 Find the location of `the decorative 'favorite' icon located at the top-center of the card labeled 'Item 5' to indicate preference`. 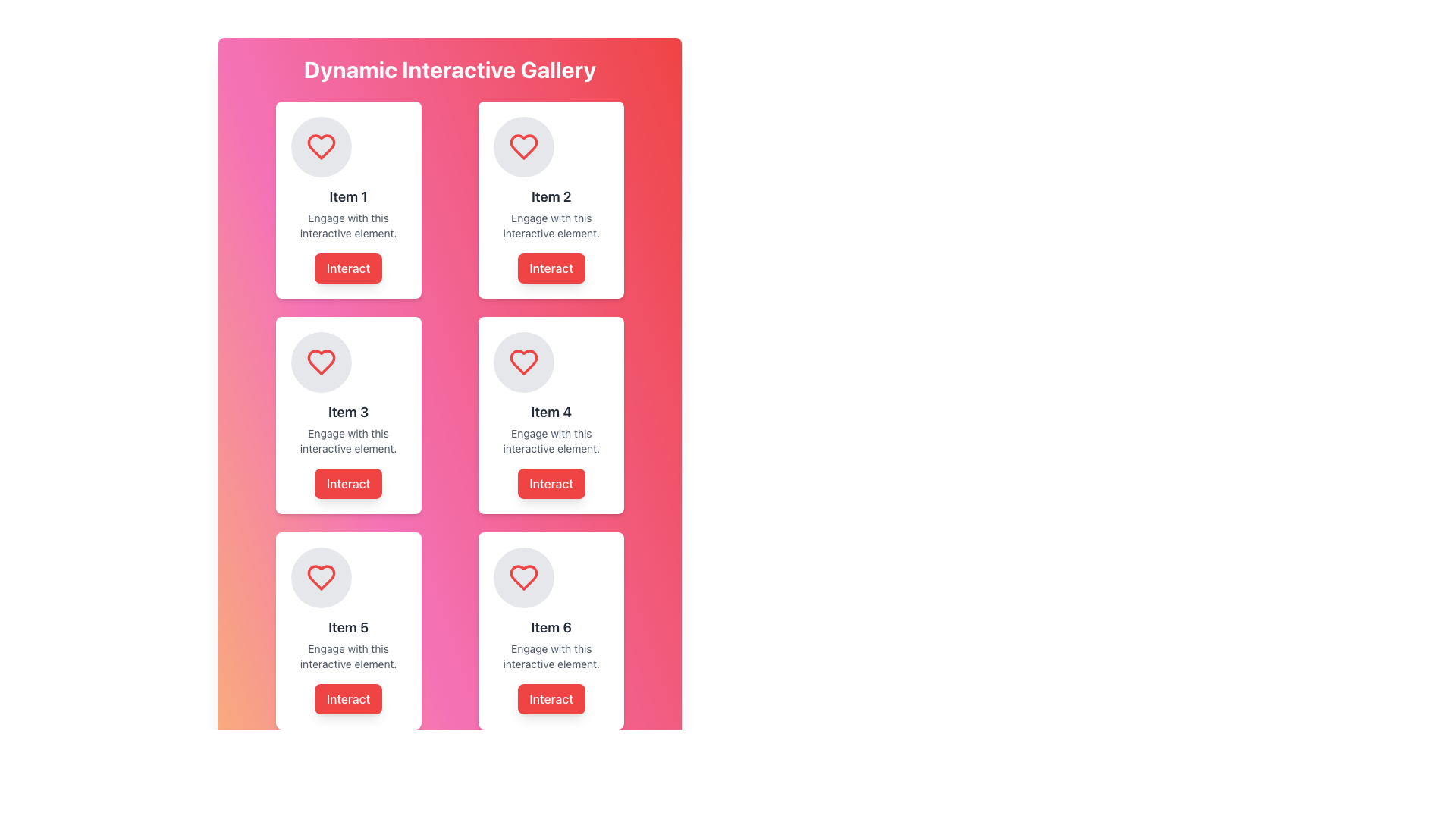

the decorative 'favorite' icon located at the top-center of the card labeled 'Item 5' to indicate preference is located at coordinates (320, 578).